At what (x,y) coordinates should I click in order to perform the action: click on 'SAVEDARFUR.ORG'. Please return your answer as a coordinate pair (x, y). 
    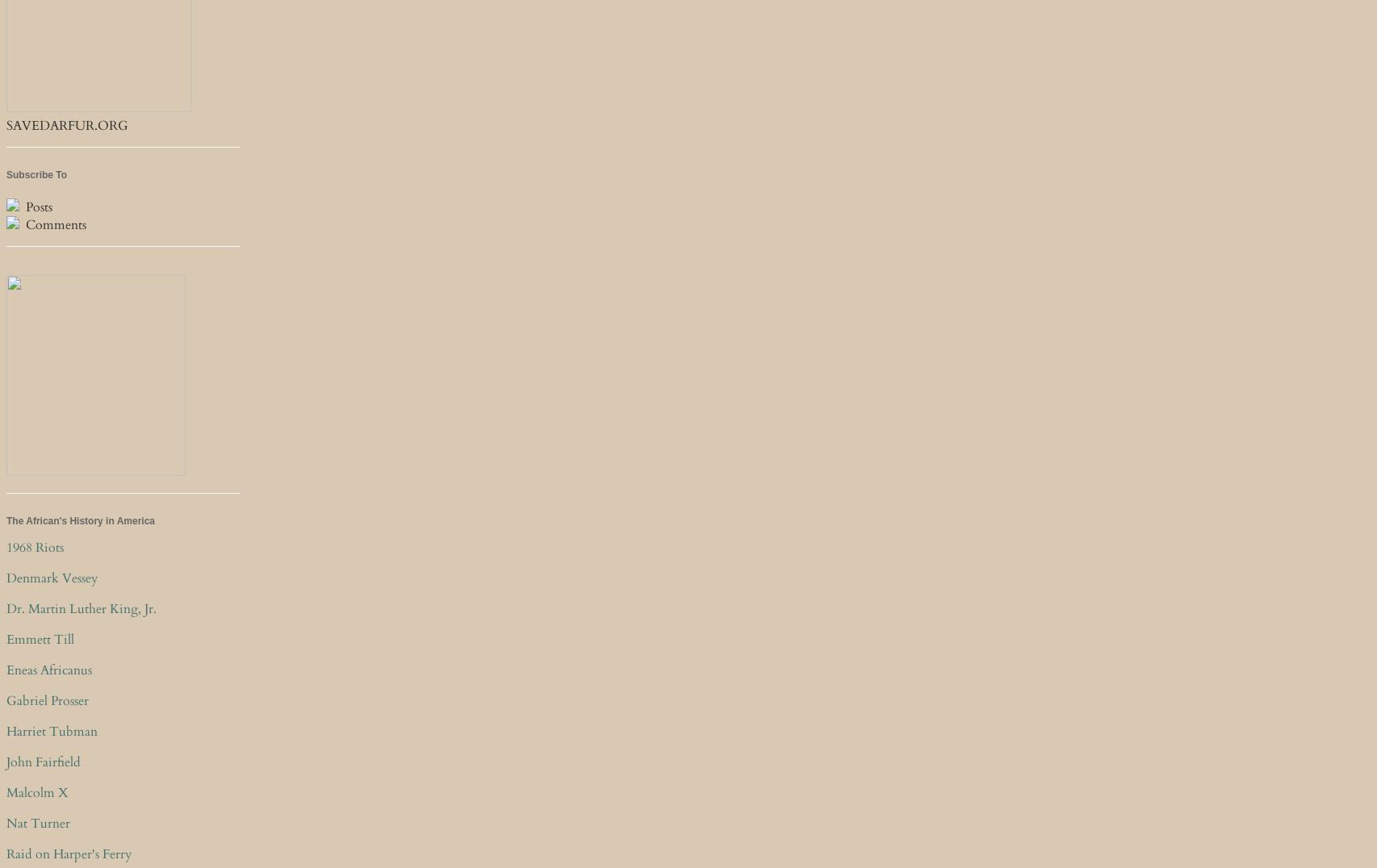
    Looking at the image, I should click on (67, 126).